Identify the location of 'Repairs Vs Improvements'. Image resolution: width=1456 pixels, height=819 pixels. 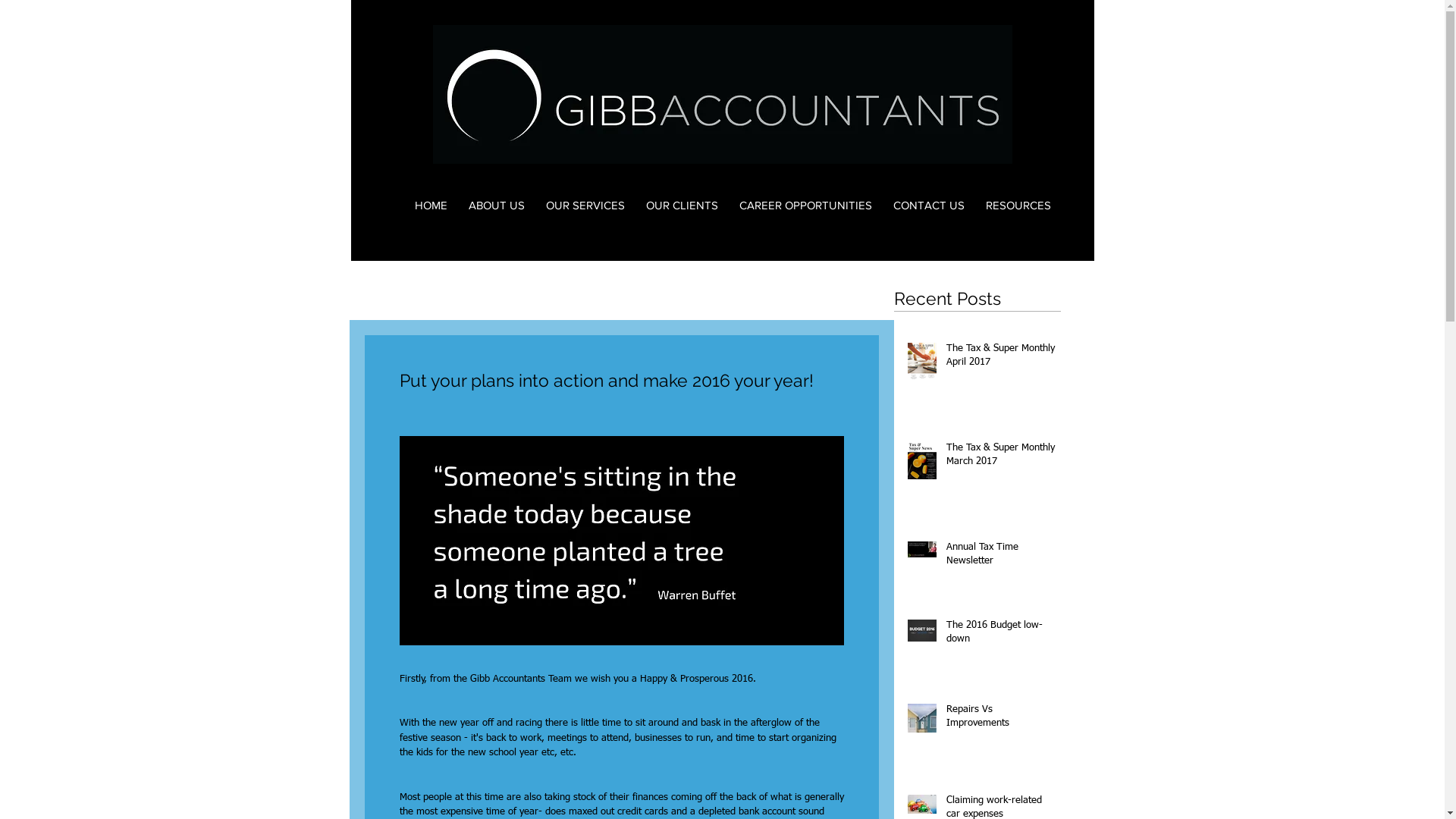
(946, 718).